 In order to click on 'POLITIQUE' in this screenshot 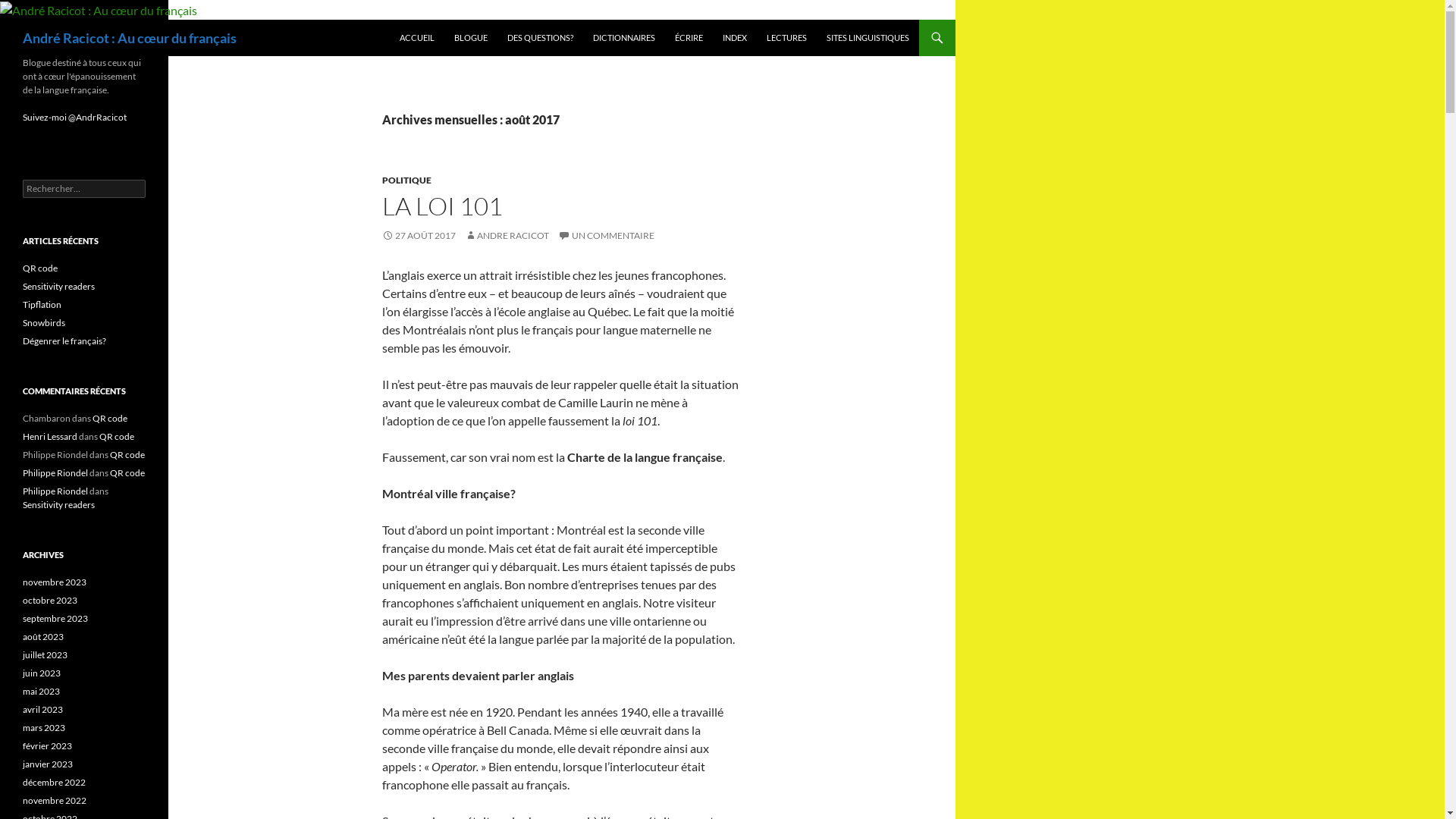, I will do `click(382, 179)`.